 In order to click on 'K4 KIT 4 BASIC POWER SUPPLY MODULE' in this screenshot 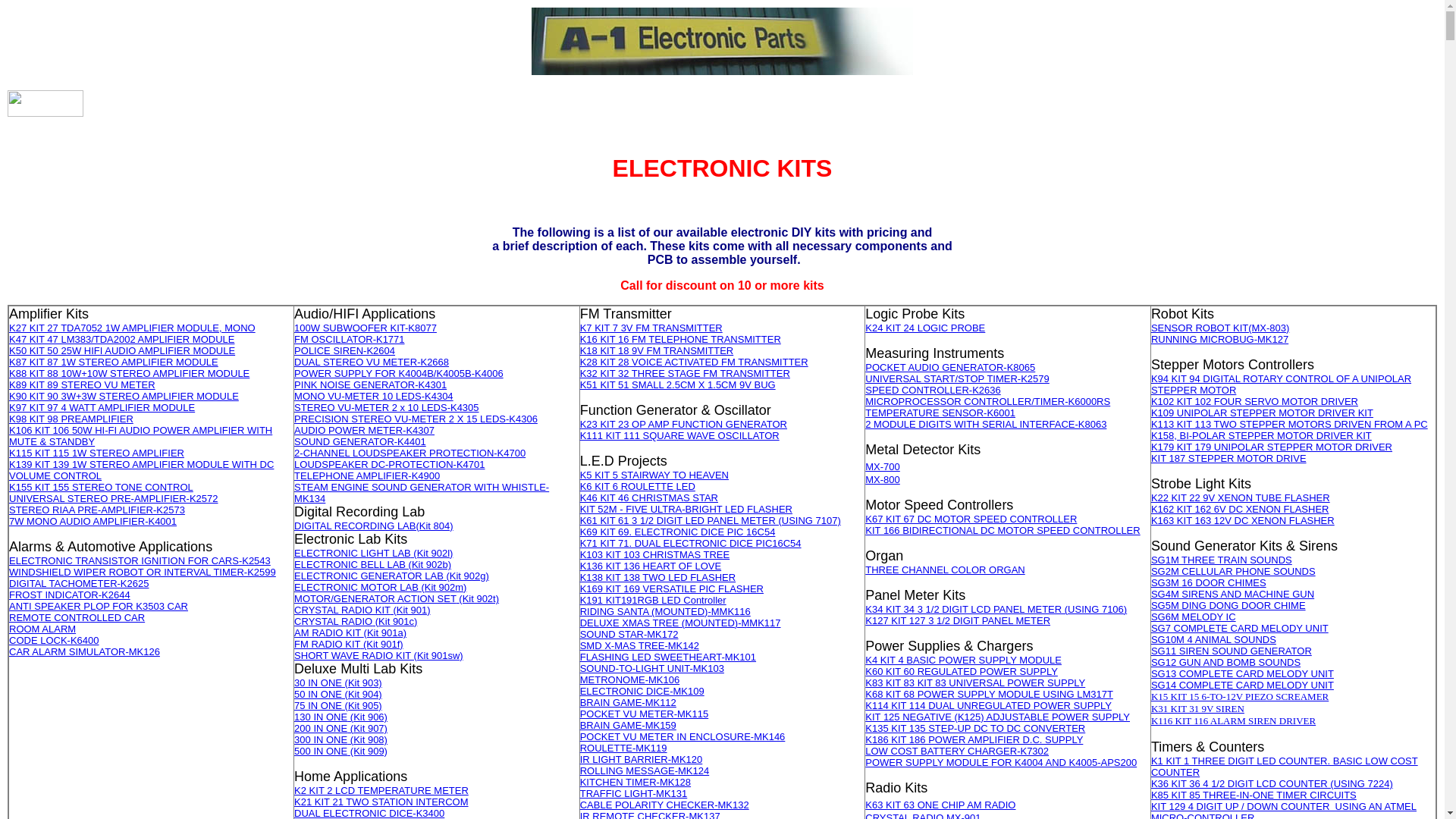, I will do `click(962, 659)`.